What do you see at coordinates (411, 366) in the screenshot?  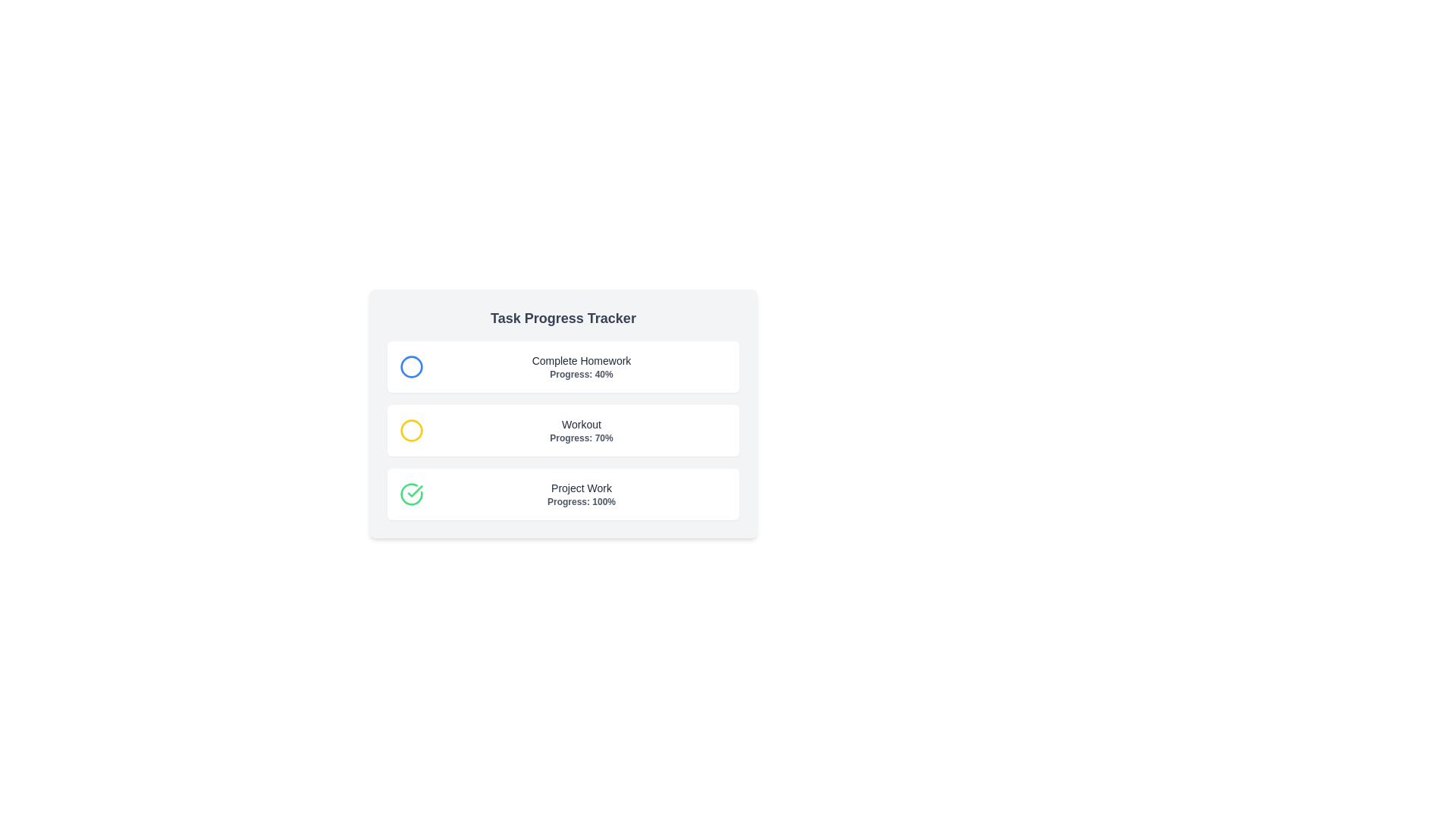 I see `the graphic icon representing the 'Complete Homework' task located on the left side of the text content` at bounding box center [411, 366].